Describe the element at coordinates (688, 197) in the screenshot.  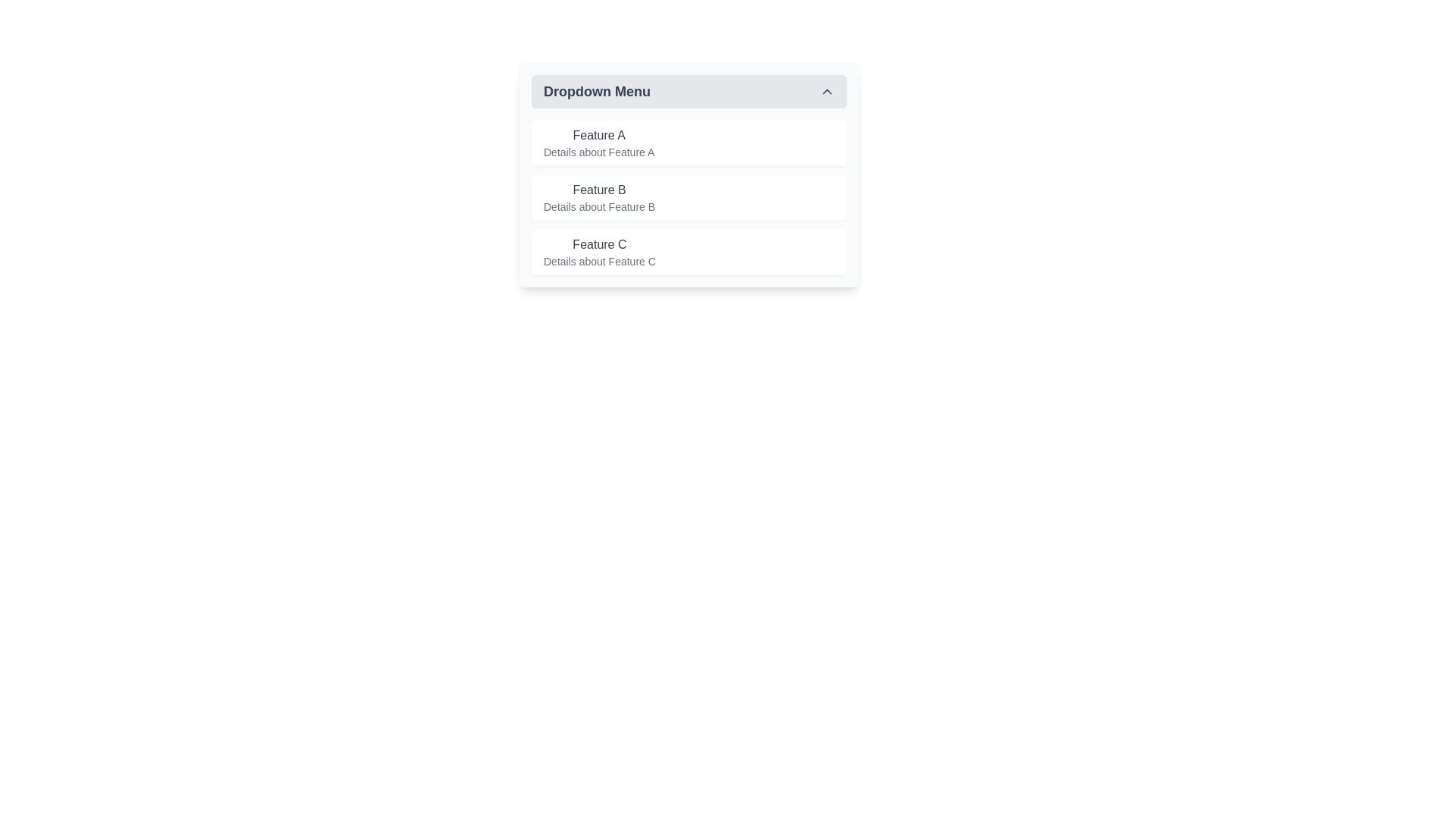
I see `the selectable card for 'Feature B' located in the center of the dropdown menu list, which is the second item among three options` at that location.